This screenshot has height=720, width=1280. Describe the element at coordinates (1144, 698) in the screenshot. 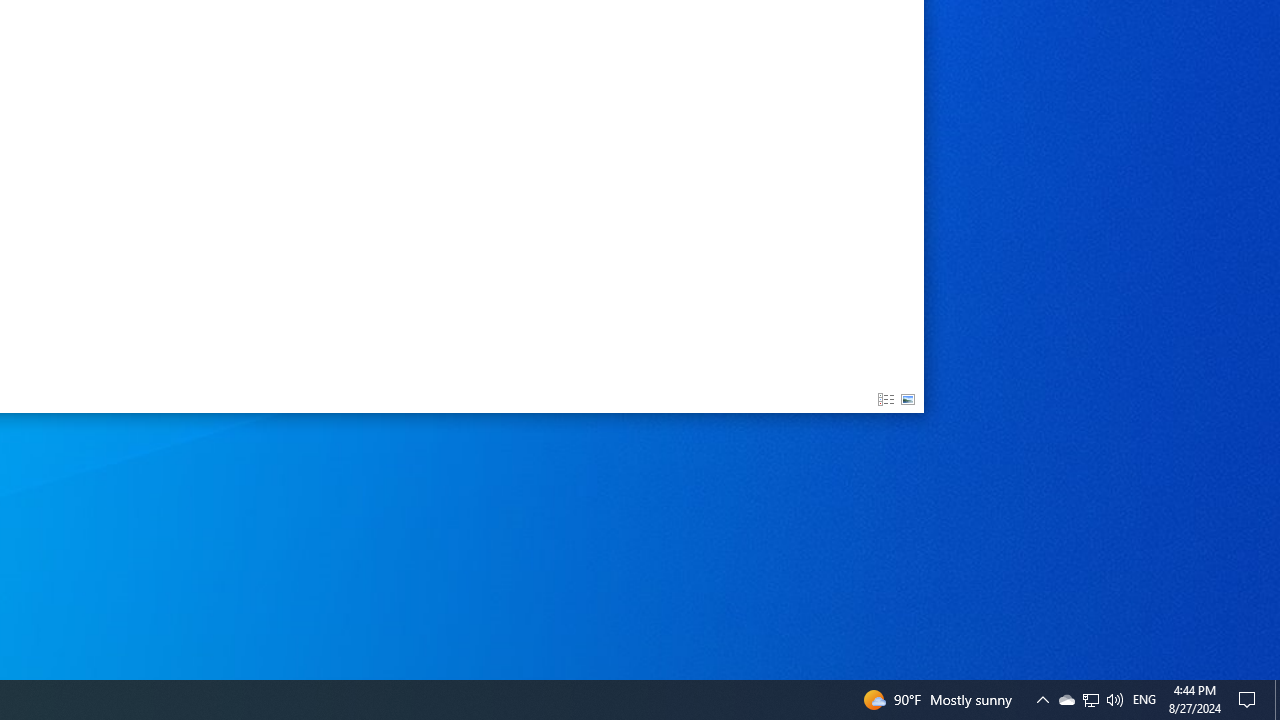

I see `'Tray Input Indicator - English (United States)'` at that location.